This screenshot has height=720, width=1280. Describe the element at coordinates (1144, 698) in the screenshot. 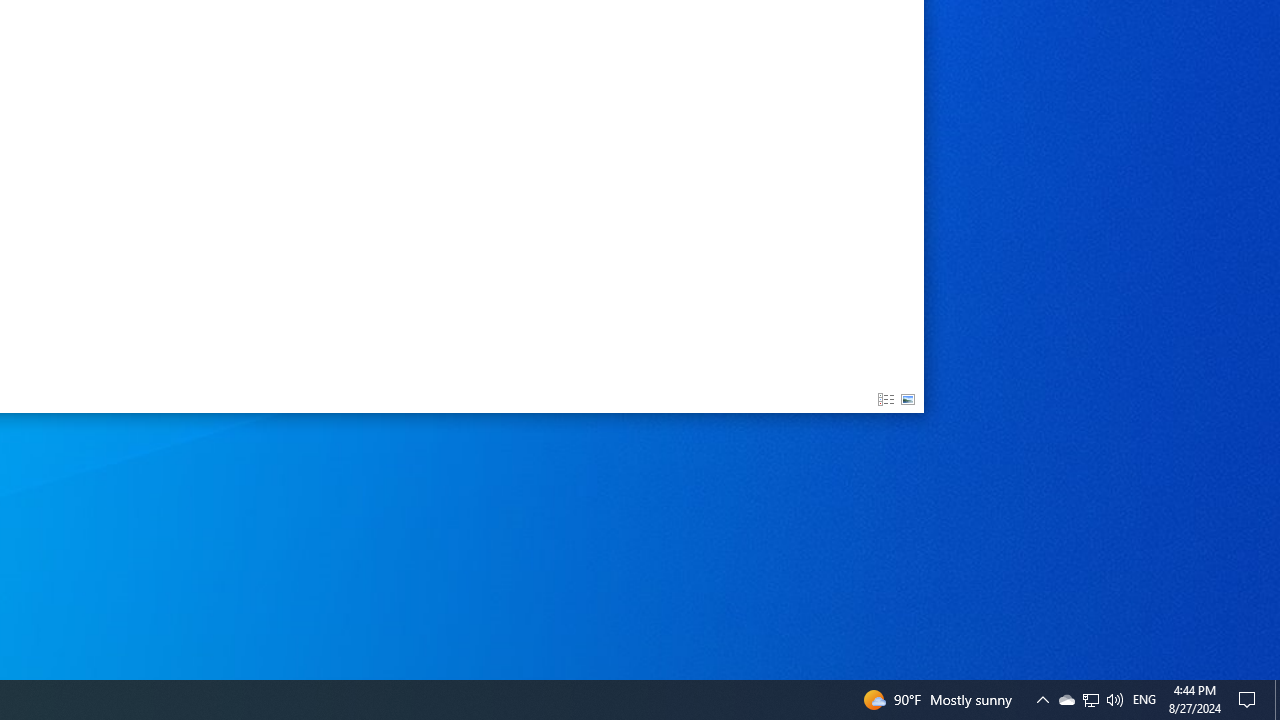

I see `'Tray Input Indicator - English (United States)'` at that location.